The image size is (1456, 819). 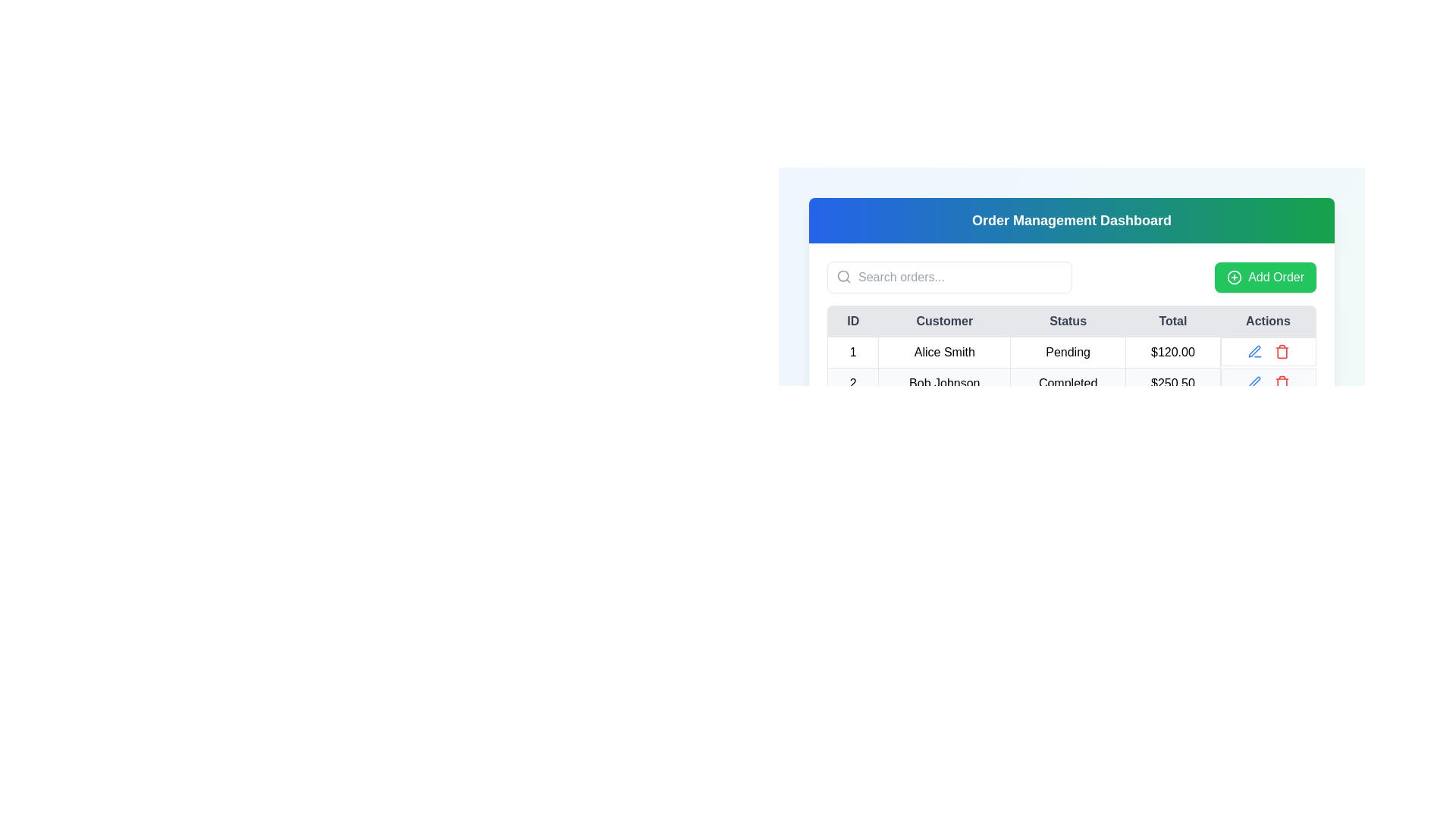 What do you see at coordinates (943, 321) in the screenshot?
I see `the 'Customer' label, which is a bold text component on a light gray background, located between the 'ID' and 'Status' labels in a table-like structure` at bounding box center [943, 321].